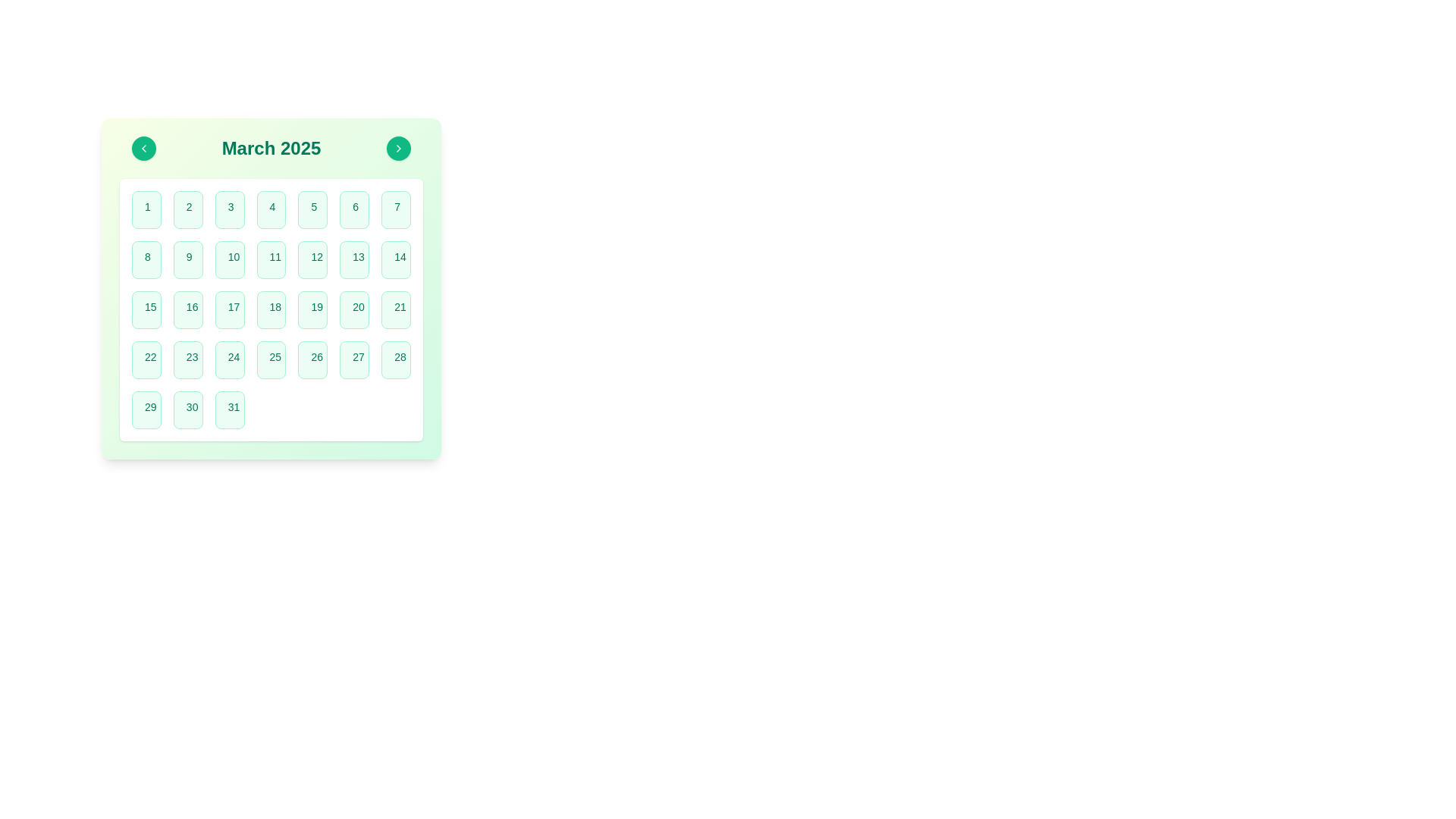 Image resolution: width=1456 pixels, height=819 pixels. I want to click on the calendar day cell representing the 23rd day in the March 2025 monthly view, so click(187, 359).